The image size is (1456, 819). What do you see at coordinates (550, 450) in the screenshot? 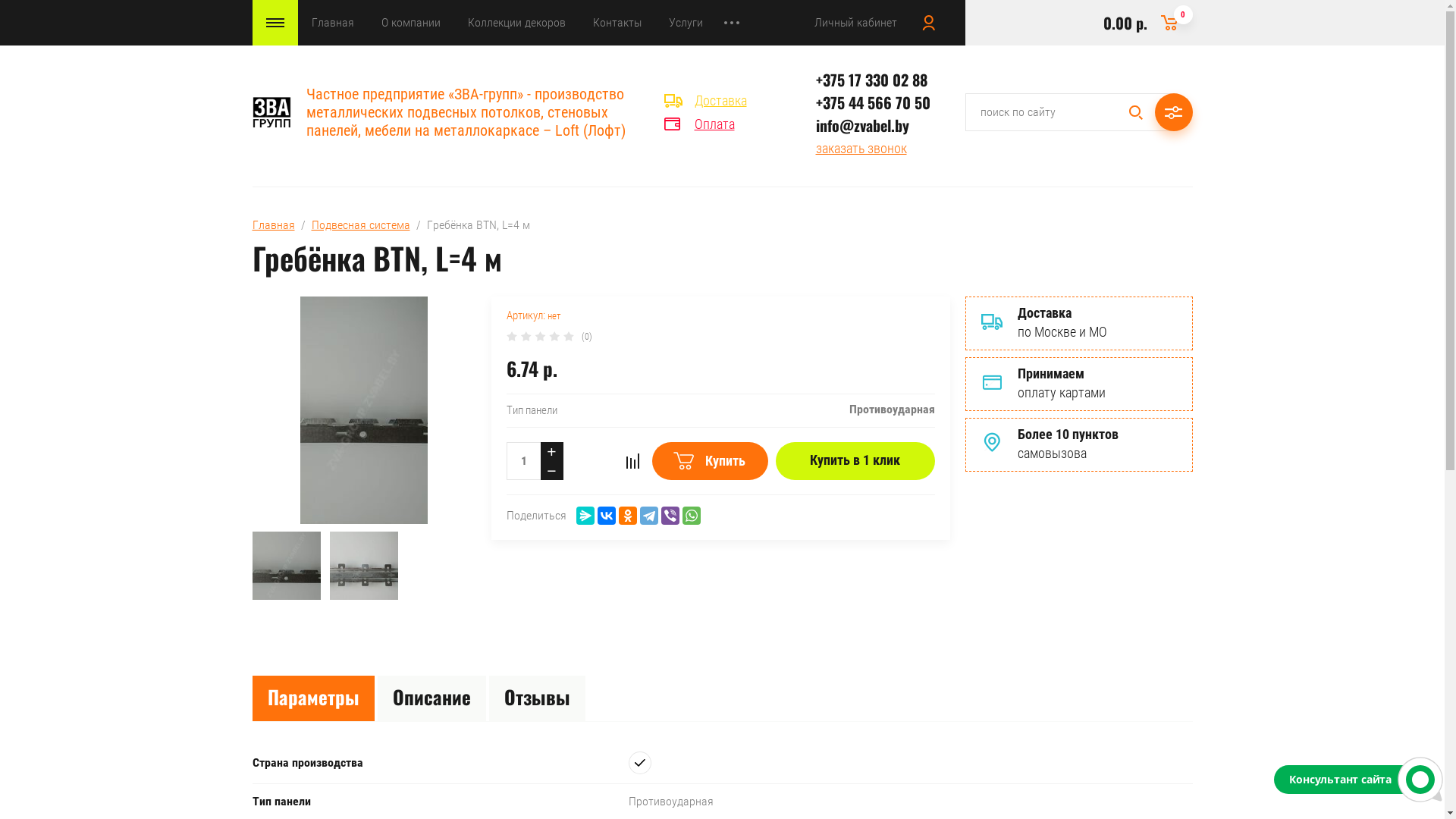
I see `'+'` at bounding box center [550, 450].